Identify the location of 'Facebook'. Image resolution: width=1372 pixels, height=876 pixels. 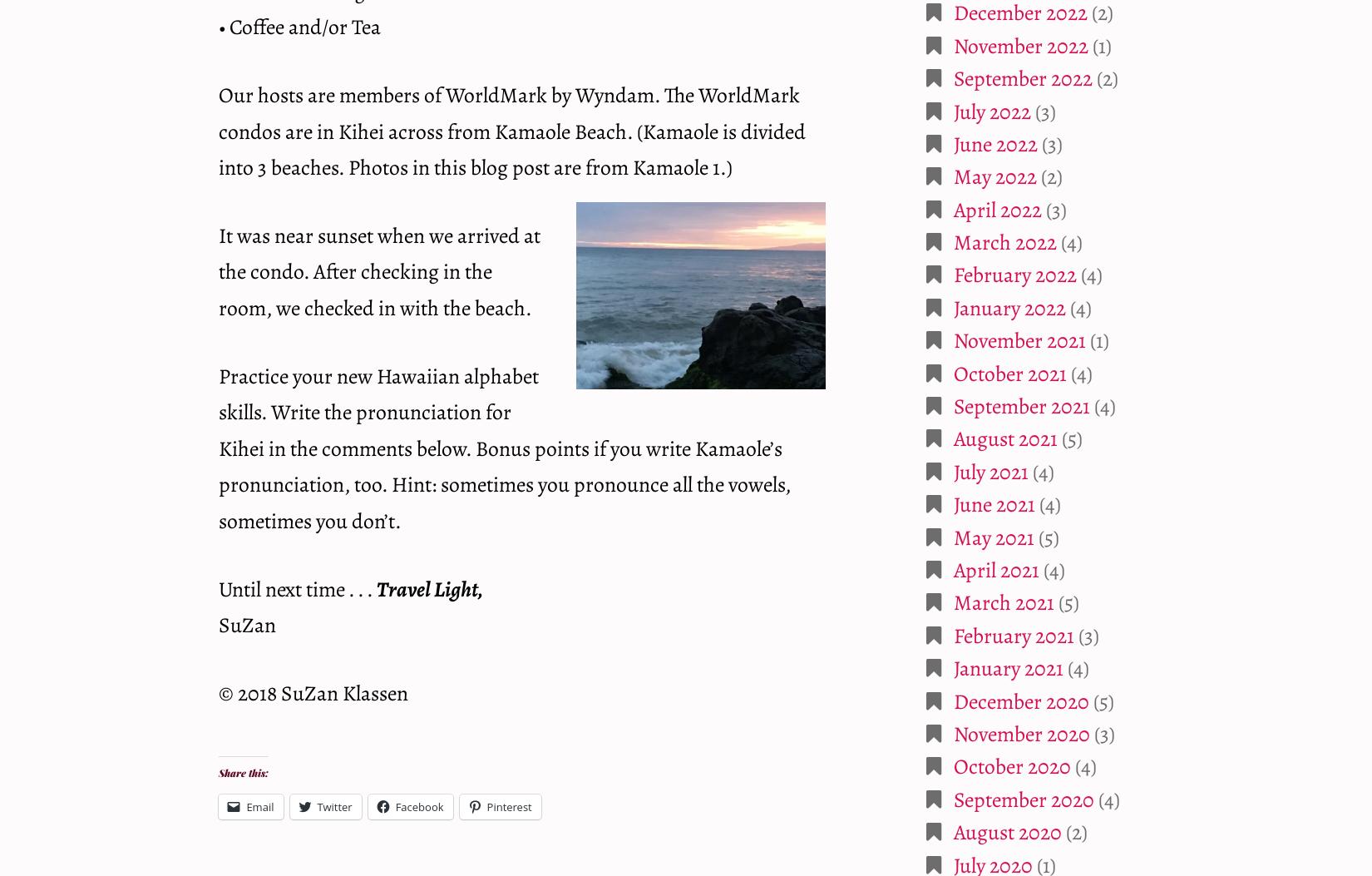
(418, 807).